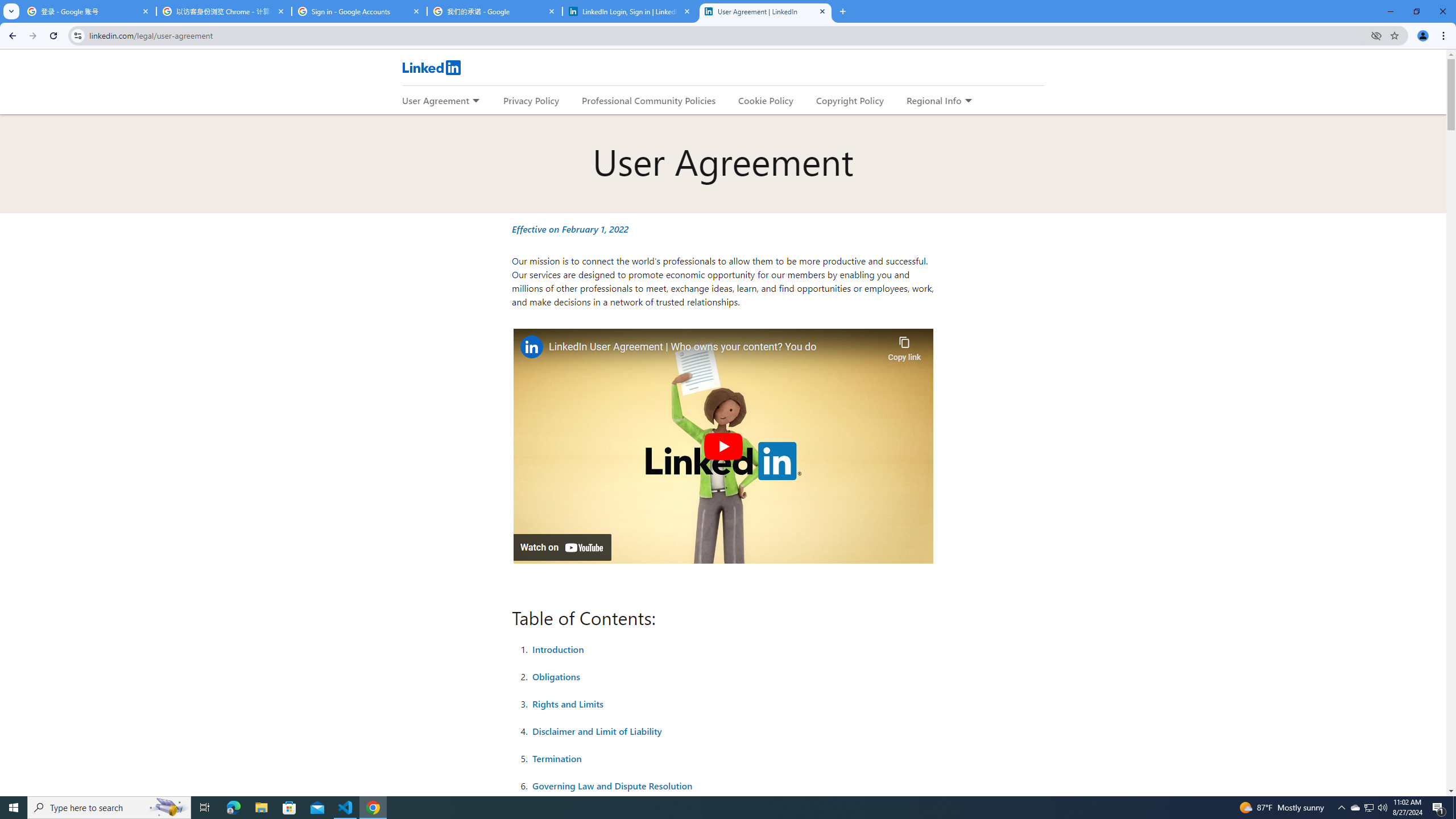 The image size is (1456, 819). What do you see at coordinates (765, 11) in the screenshot?
I see `'User Agreement | LinkedIn'` at bounding box center [765, 11].